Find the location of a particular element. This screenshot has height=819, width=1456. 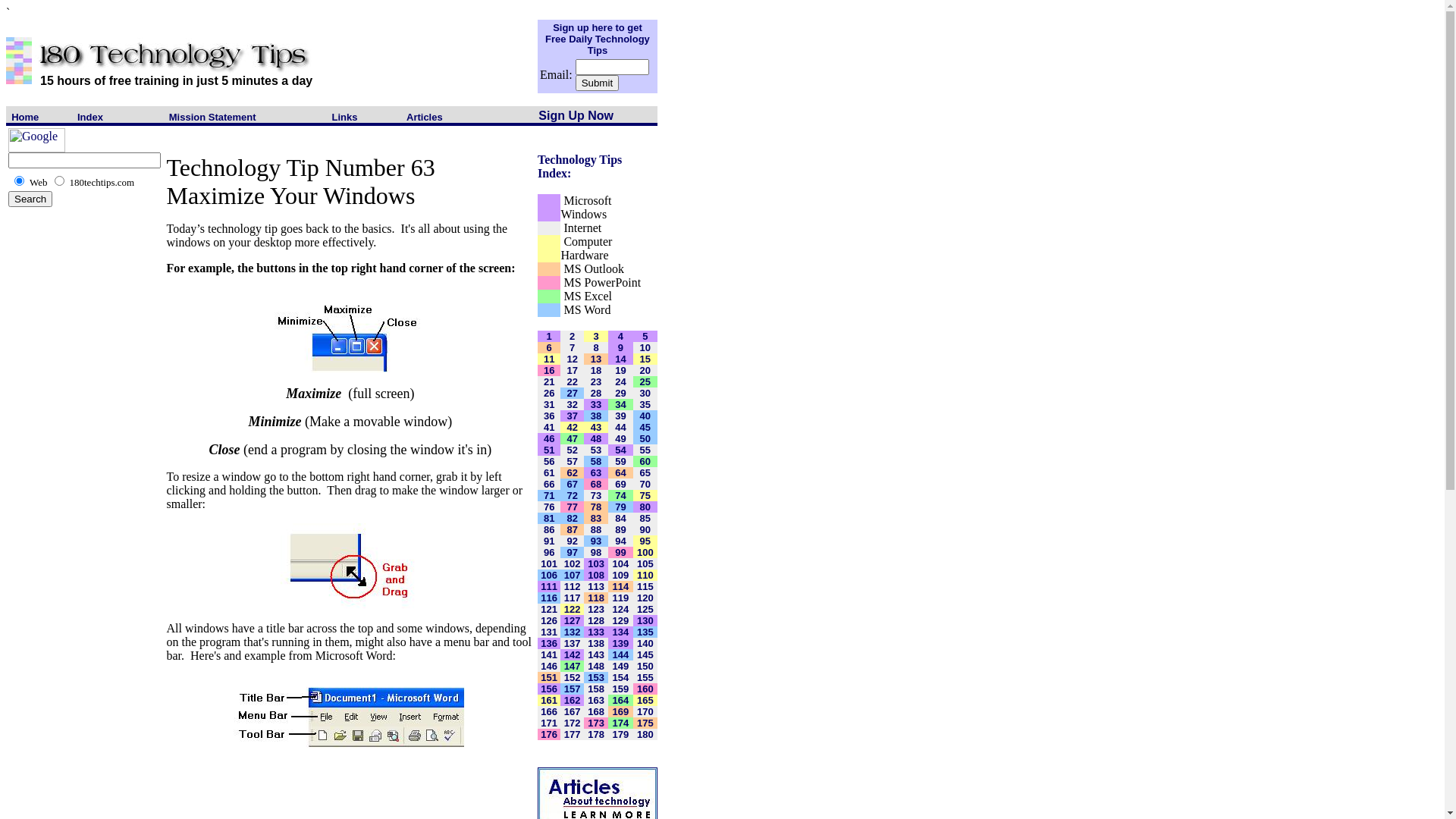

'81' is located at coordinates (548, 517).